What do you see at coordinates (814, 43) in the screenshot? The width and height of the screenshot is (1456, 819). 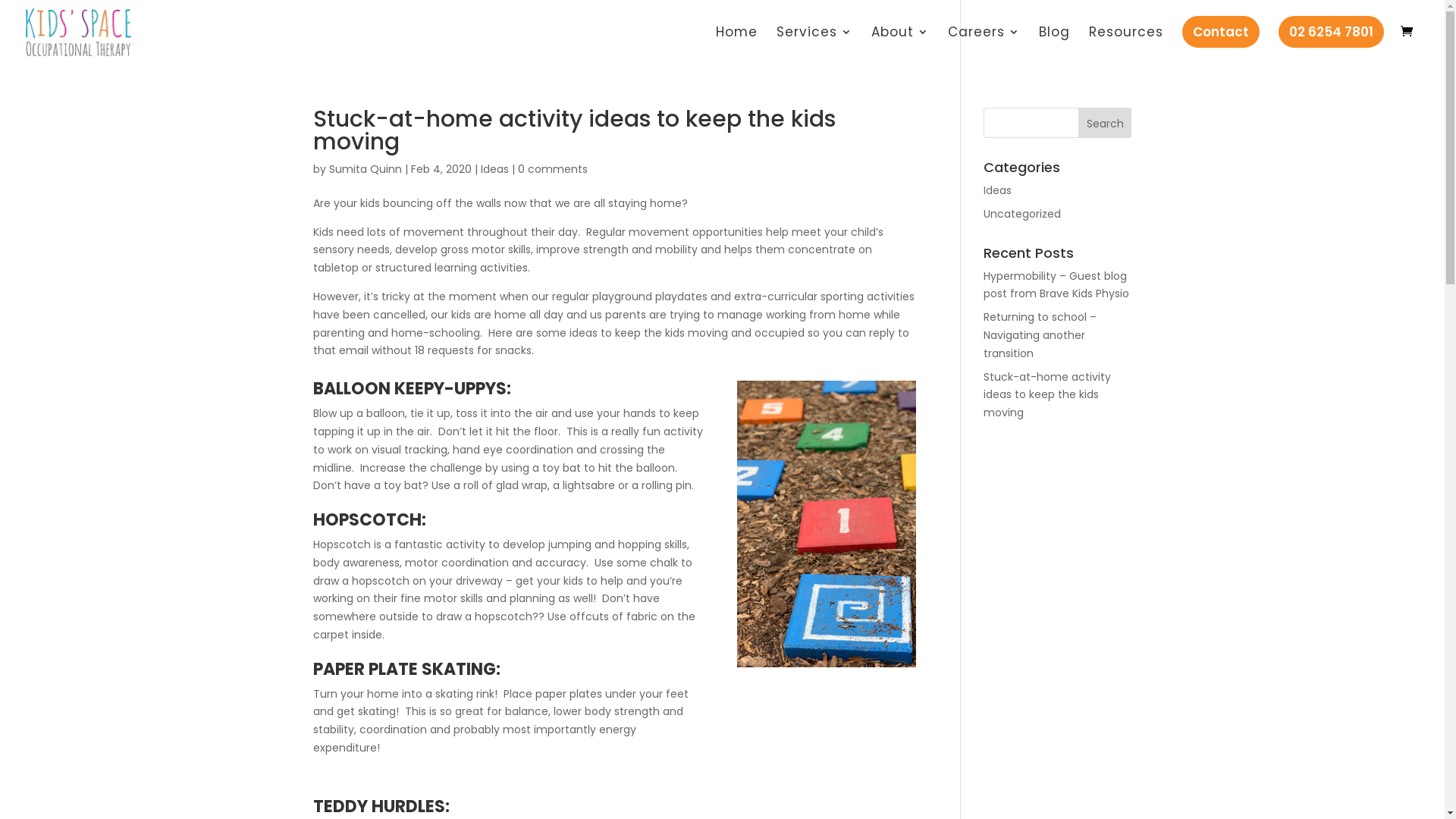 I see `'Services'` at bounding box center [814, 43].